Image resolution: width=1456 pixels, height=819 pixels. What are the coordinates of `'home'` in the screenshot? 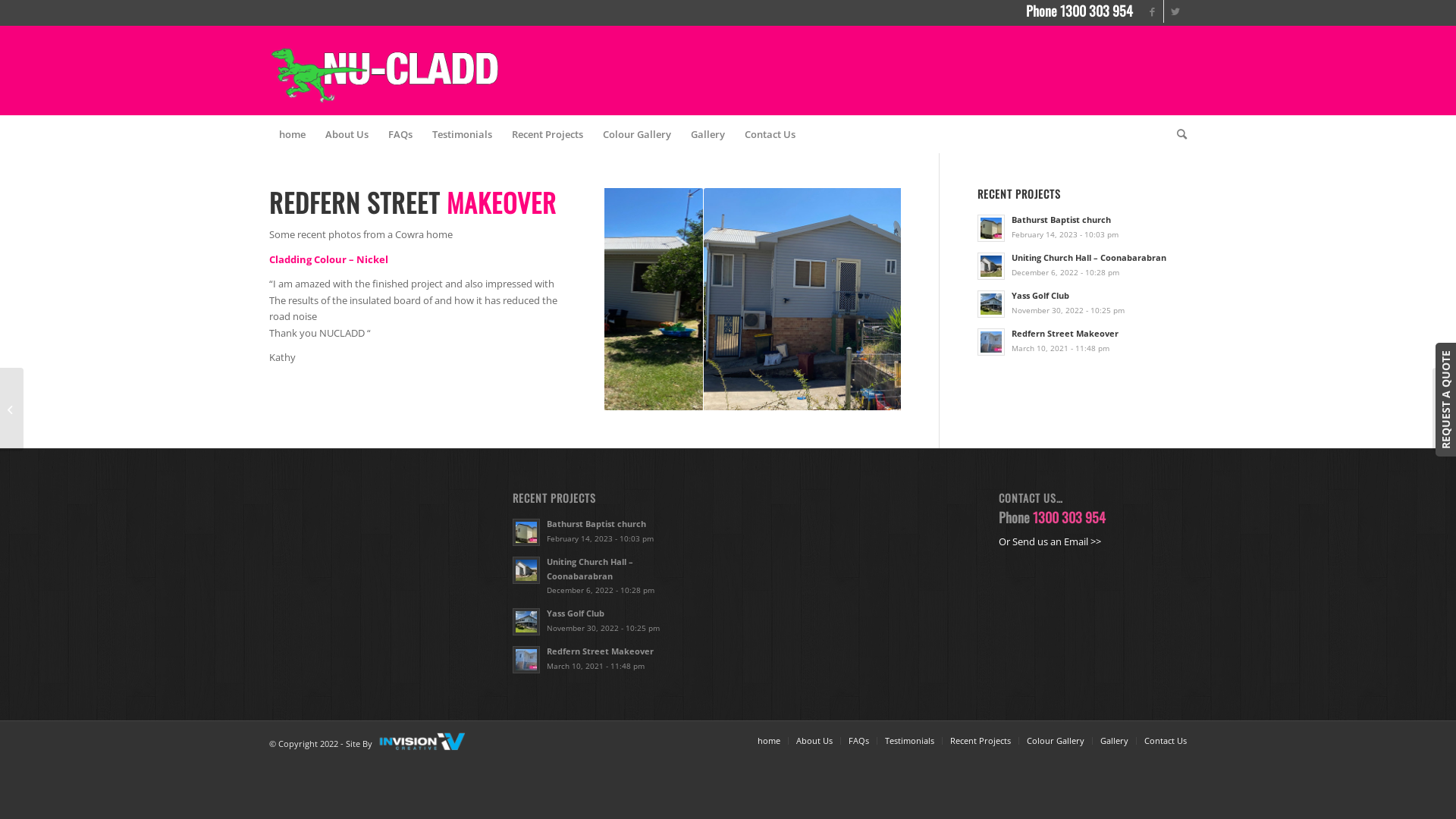 It's located at (768, 739).